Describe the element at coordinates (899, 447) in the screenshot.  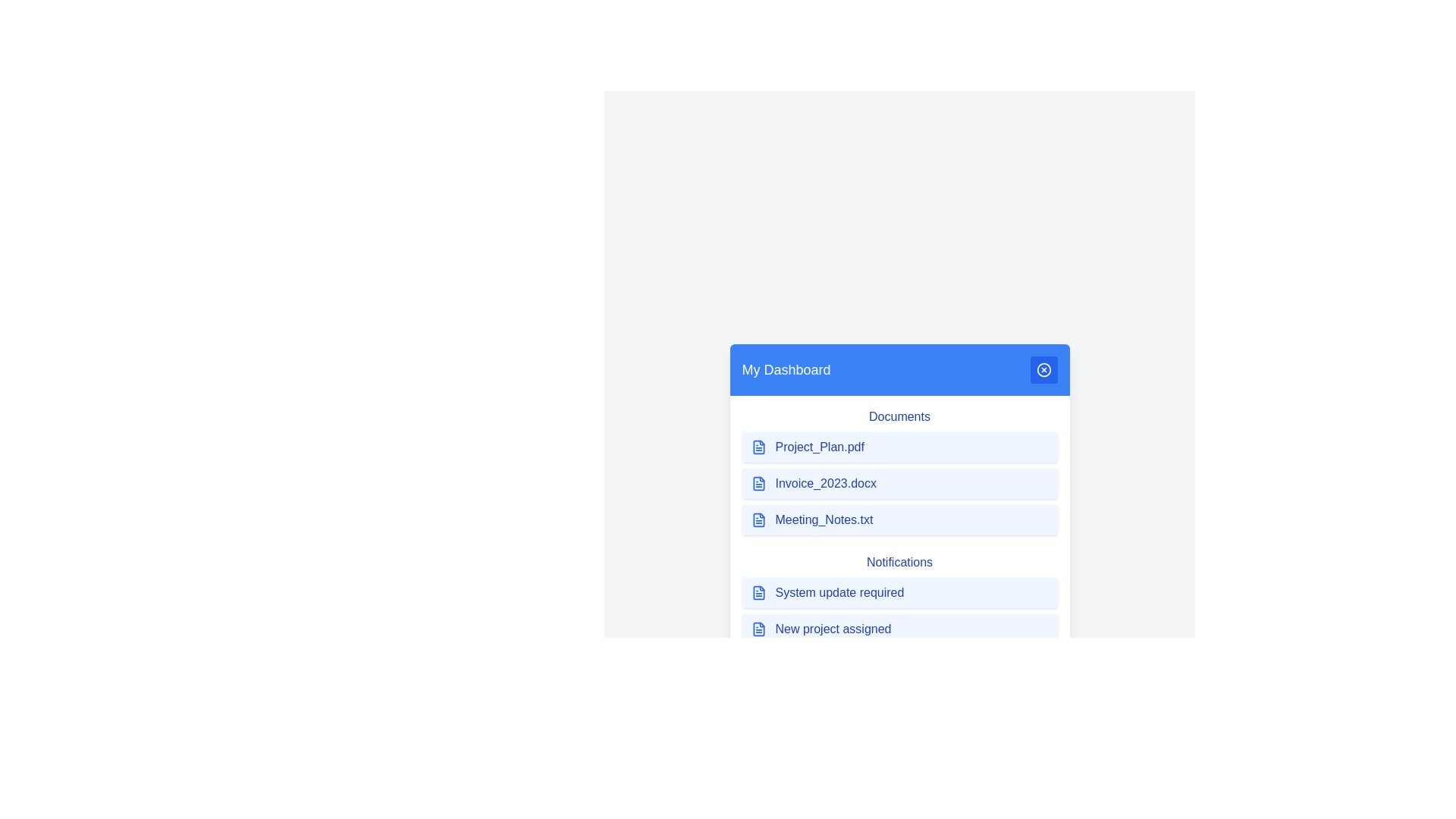
I see `the item Project_Plan.pdf from the menu` at that location.